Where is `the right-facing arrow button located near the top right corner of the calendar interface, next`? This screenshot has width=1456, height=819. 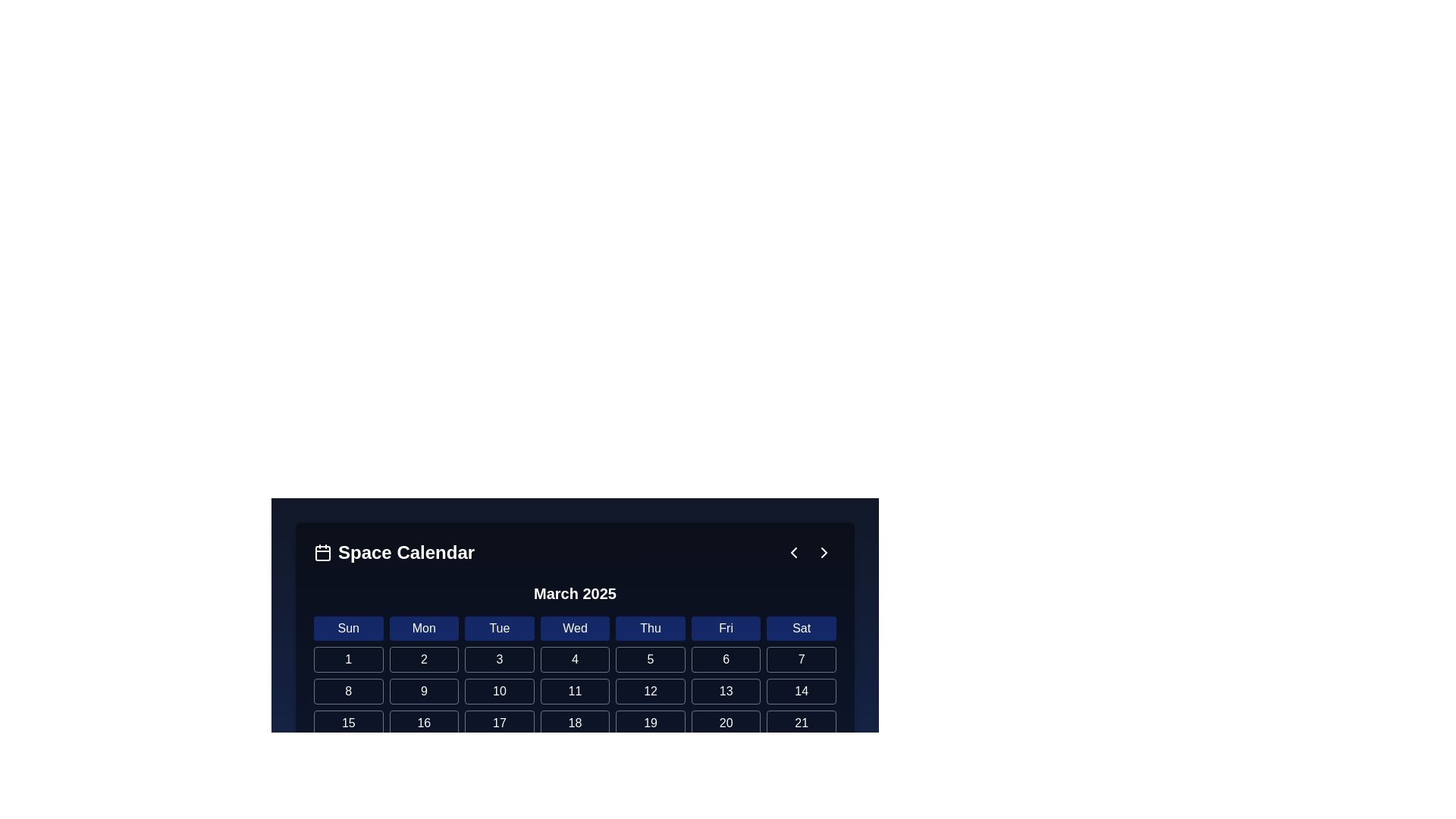
the right-facing arrow button located near the top right corner of the calendar interface, next is located at coordinates (823, 553).